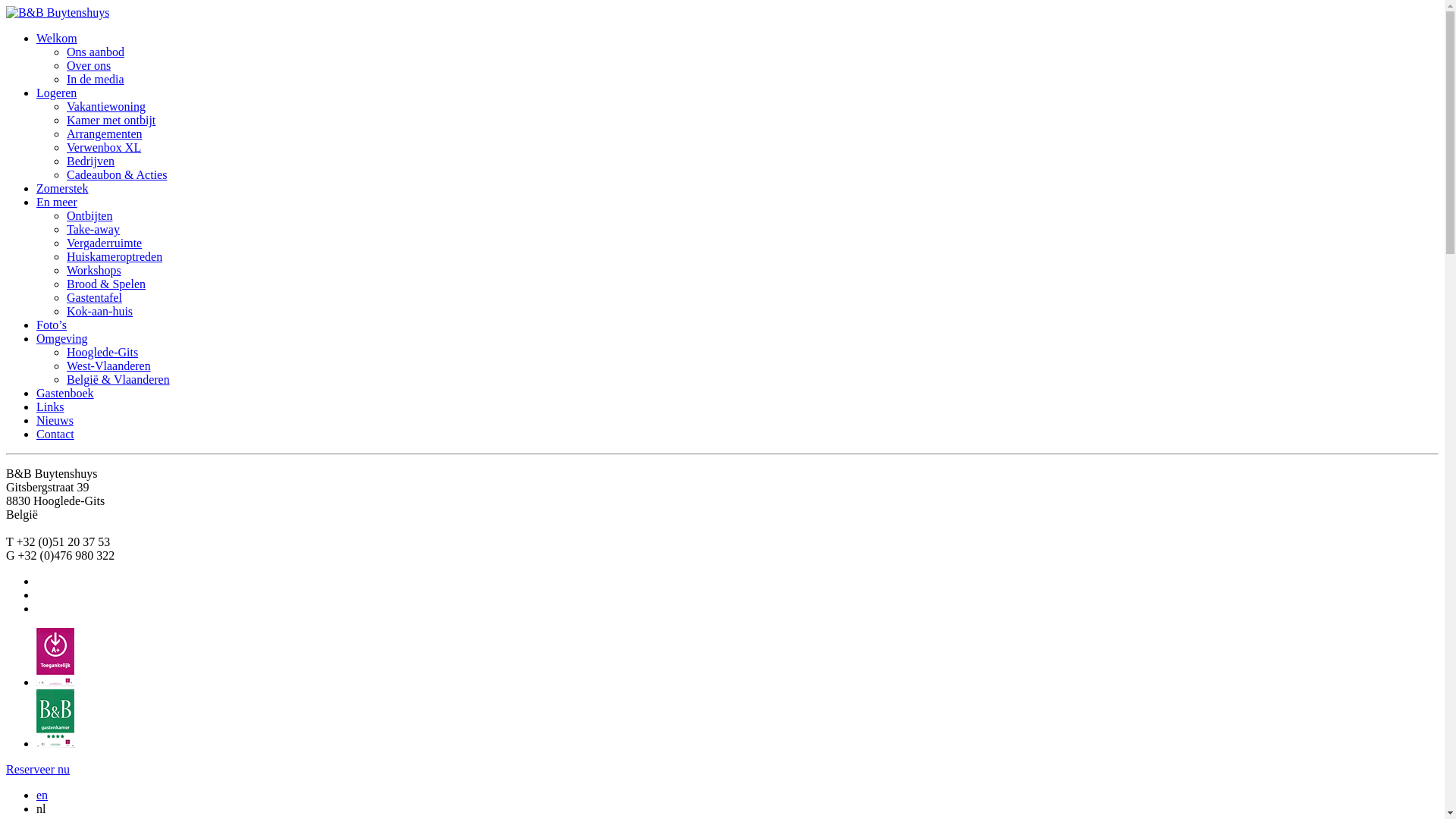 The width and height of the screenshot is (1456, 819). What do you see at coordinates (65, 79) in the screenshot?
I see `'In de media'` at bounding box center [65, 79].